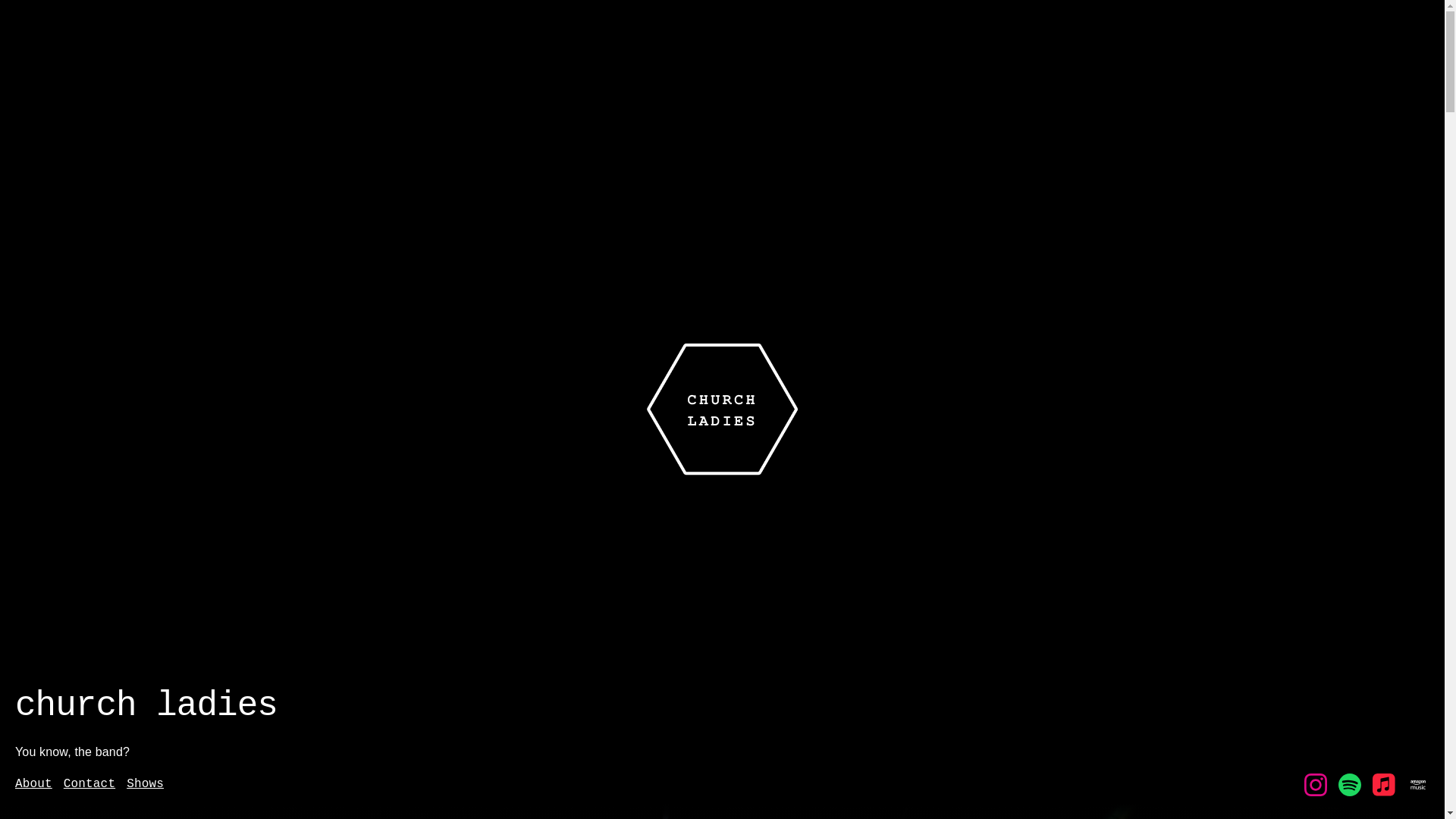  I want to click on 'About', so click(14, 784).